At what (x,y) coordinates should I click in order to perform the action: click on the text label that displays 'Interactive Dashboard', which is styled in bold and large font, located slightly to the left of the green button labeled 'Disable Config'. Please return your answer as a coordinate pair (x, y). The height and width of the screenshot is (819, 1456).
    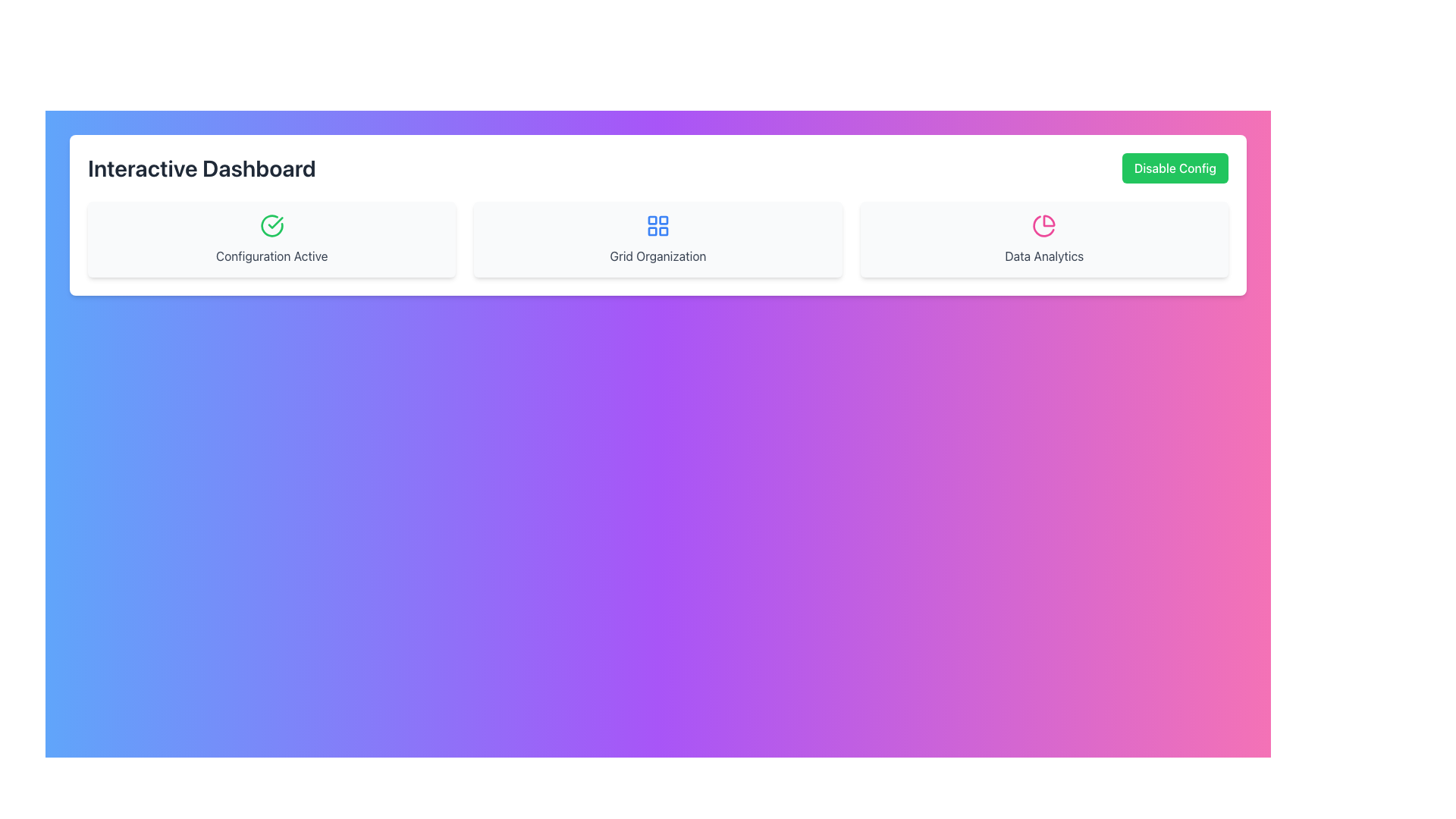
    Looking at the image, I should click on (201, 168).